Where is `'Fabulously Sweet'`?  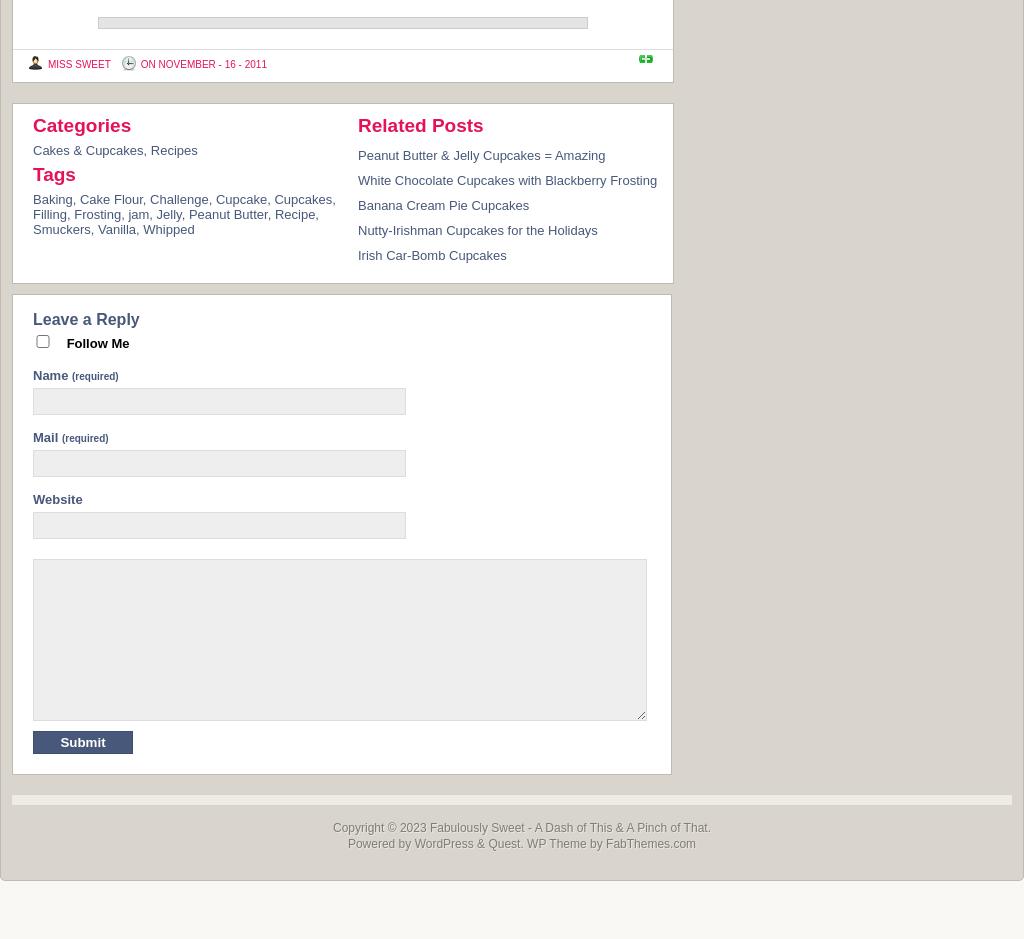 'Fabulously Sweet' is located at coordinates (475, 826).